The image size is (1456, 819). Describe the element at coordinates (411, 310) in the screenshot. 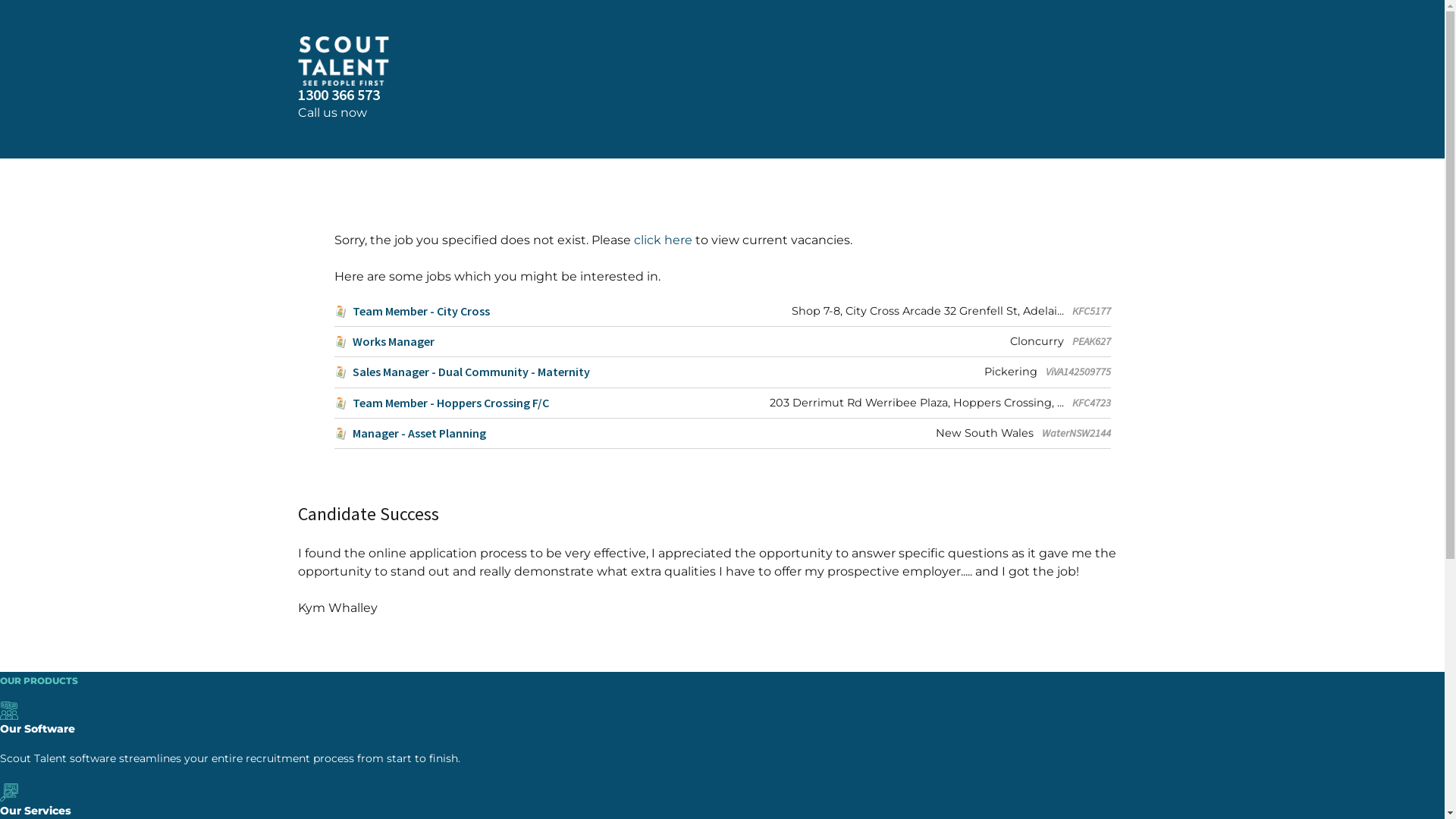

I see `'Team Member - City Cross'` at that location.